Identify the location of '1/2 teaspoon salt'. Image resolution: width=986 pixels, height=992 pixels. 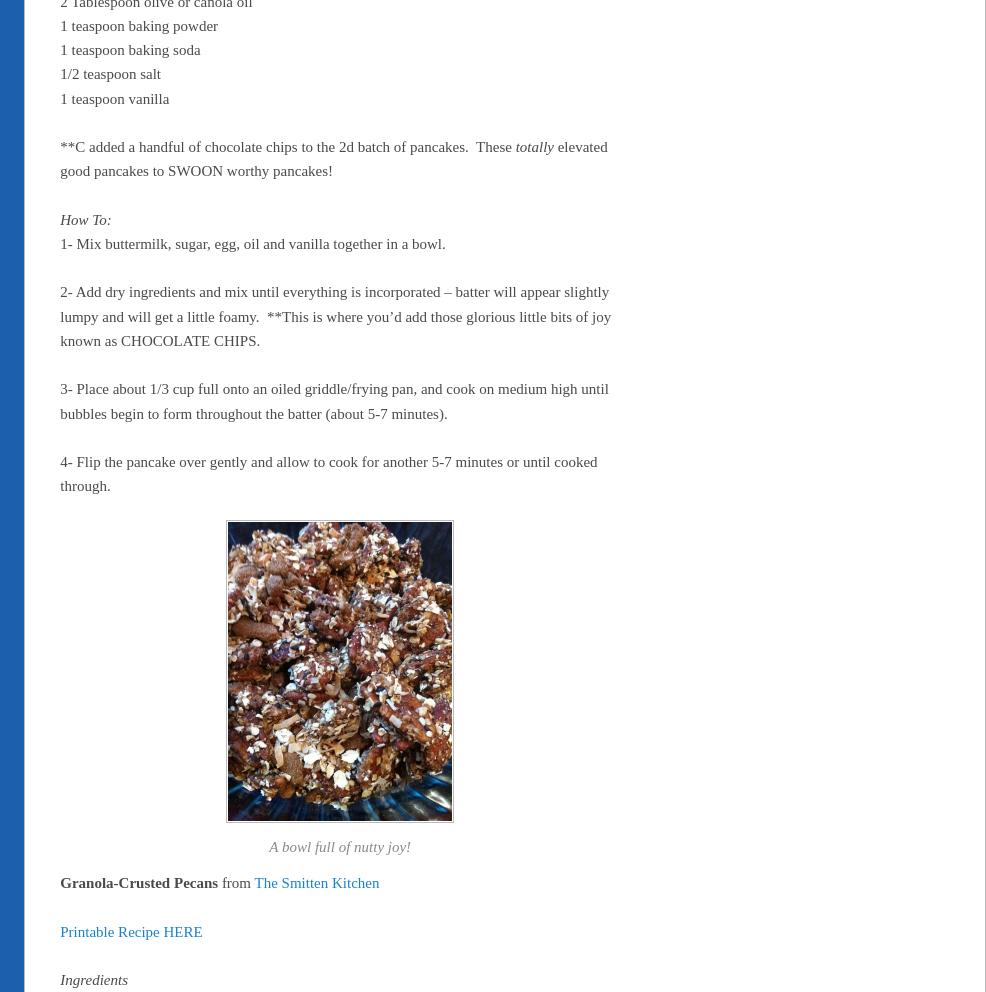
(110, 74).